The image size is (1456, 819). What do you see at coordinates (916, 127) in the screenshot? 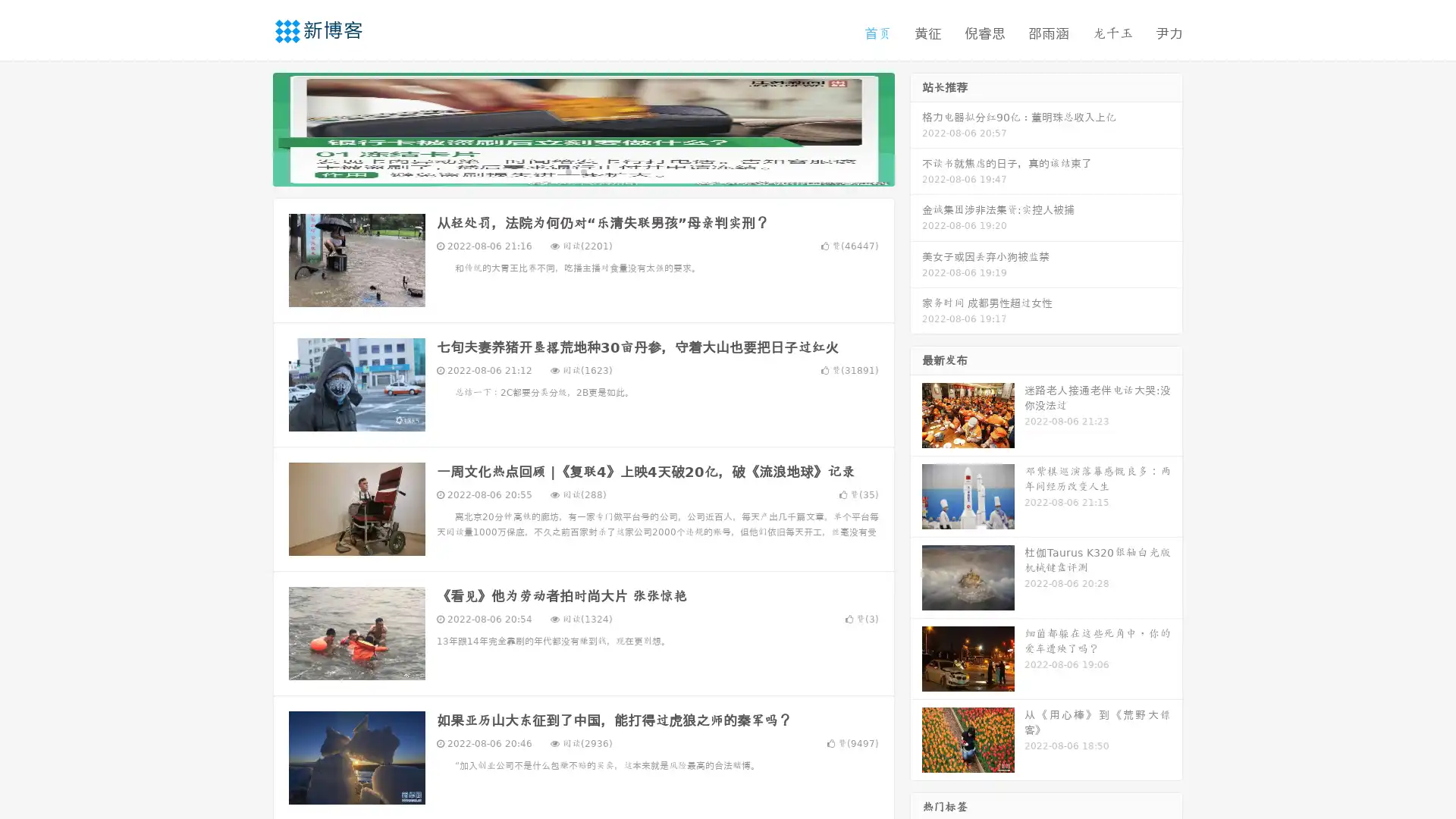
I see `Next slide` at bounding box center [916, 127].